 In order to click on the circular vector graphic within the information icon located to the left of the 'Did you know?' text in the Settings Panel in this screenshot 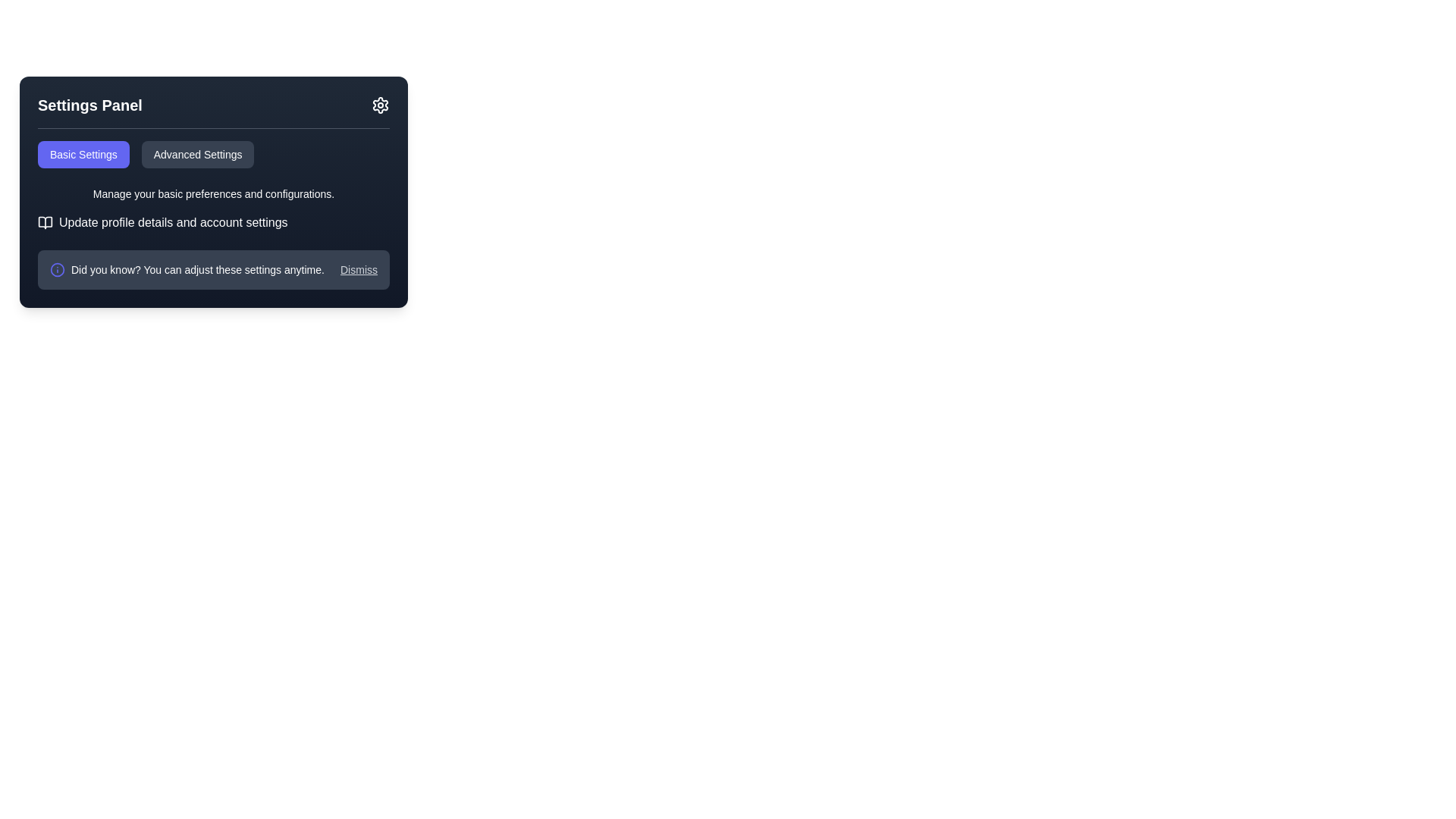, I will do `click(58, 268)`.